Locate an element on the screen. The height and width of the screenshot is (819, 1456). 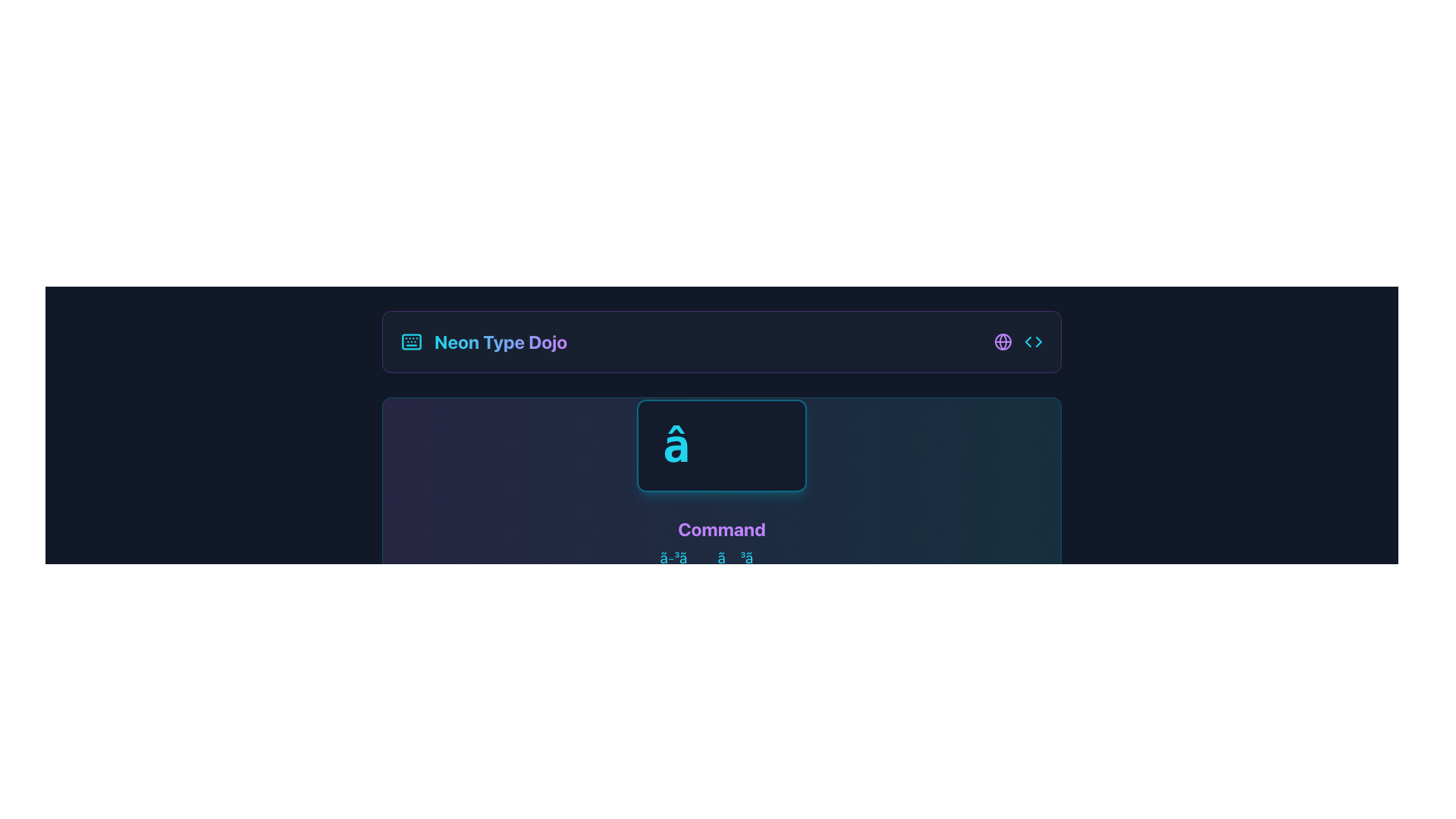
the 'Neon Type Dojo' label, which is styled with bold, gradient text from cyan to purple and positioned next to a cyan-colored keyboard icon is located at coordinates (483, 342).